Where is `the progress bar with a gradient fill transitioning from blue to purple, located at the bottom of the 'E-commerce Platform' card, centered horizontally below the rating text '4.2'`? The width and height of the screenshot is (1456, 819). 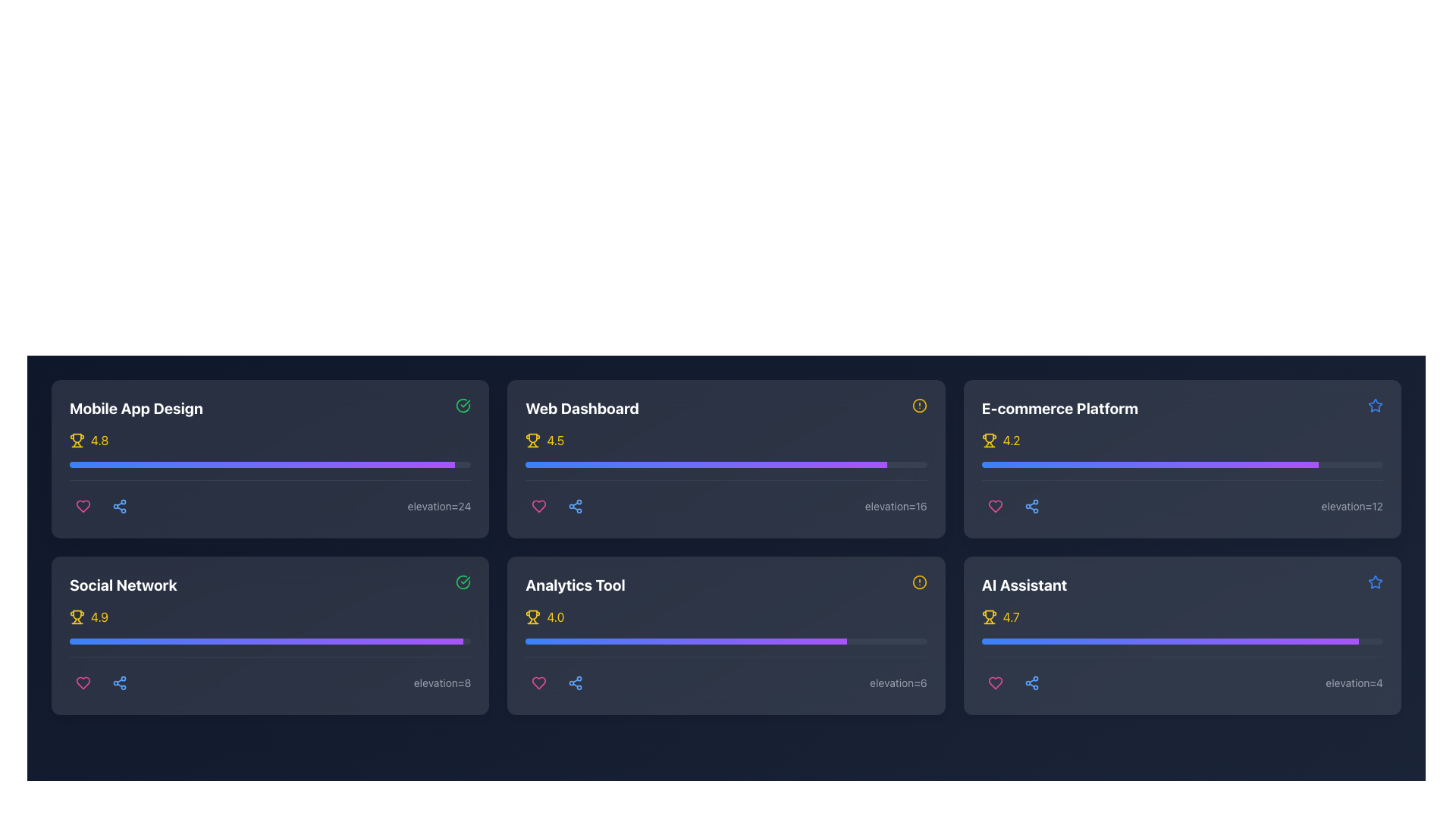 the progress bar with a gradient fill transitioning from blue to purple, located at the bottom of the 'E-commerce Platform' card, centered horizontally below the rating text '4.2' is located at coordinates (1181, 464).